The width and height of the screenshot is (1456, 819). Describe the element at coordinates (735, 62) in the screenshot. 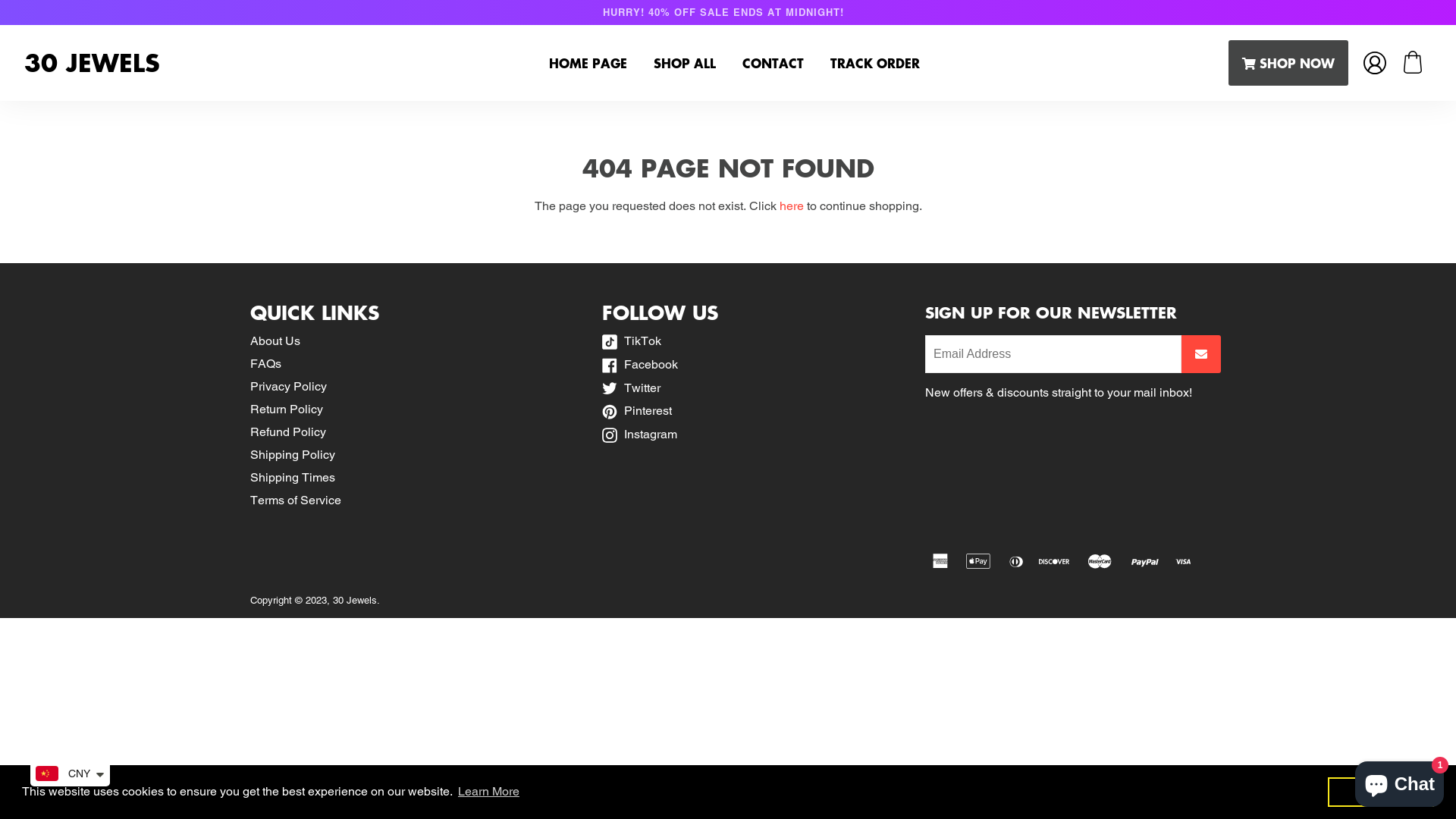

I see `'CONTACT'` at that location.